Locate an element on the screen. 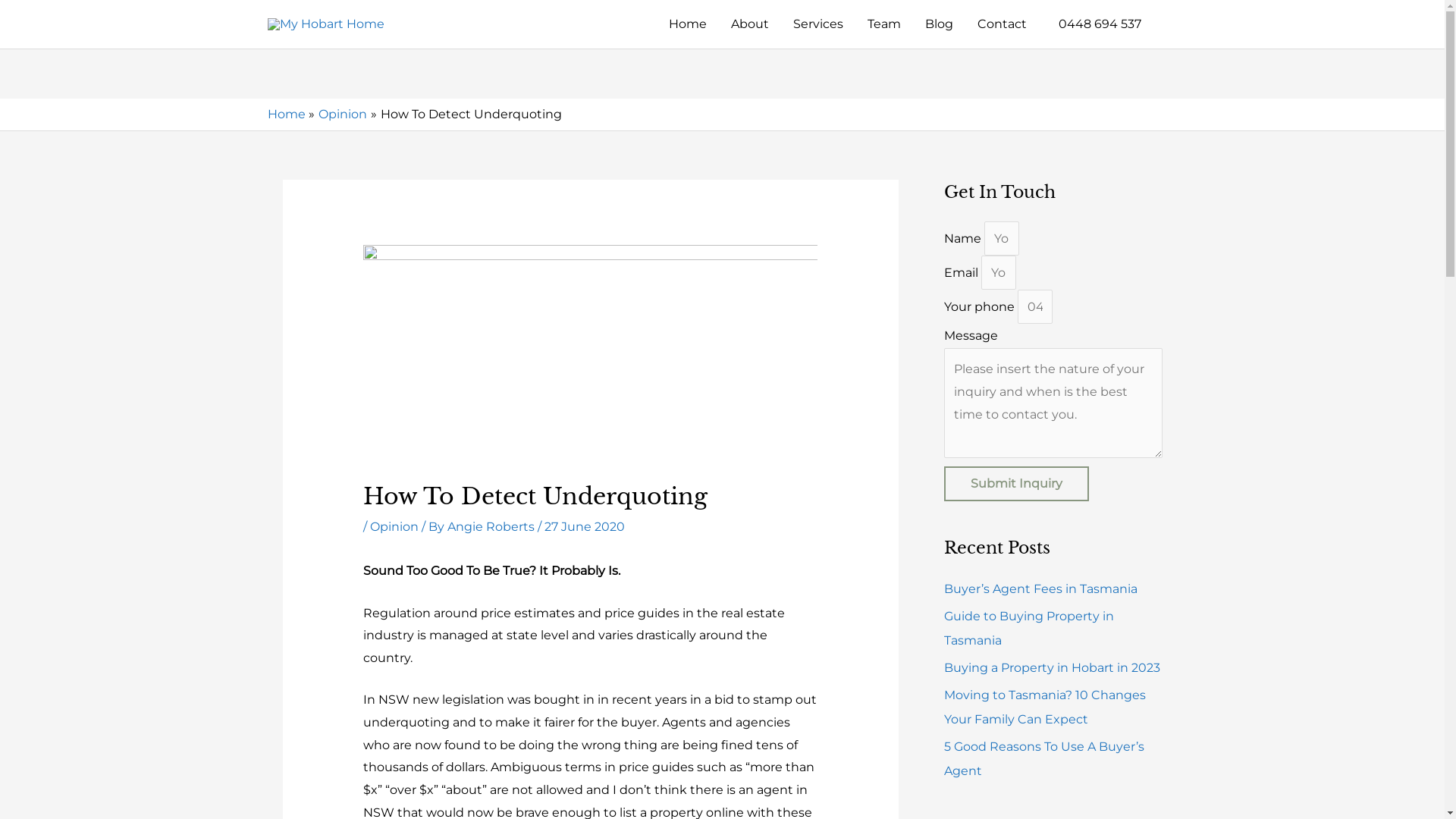 The height and width of the screenshot is (819, 1456). 'Buying a Property in Hobart in 2023' is located at coordinates (942, 667).